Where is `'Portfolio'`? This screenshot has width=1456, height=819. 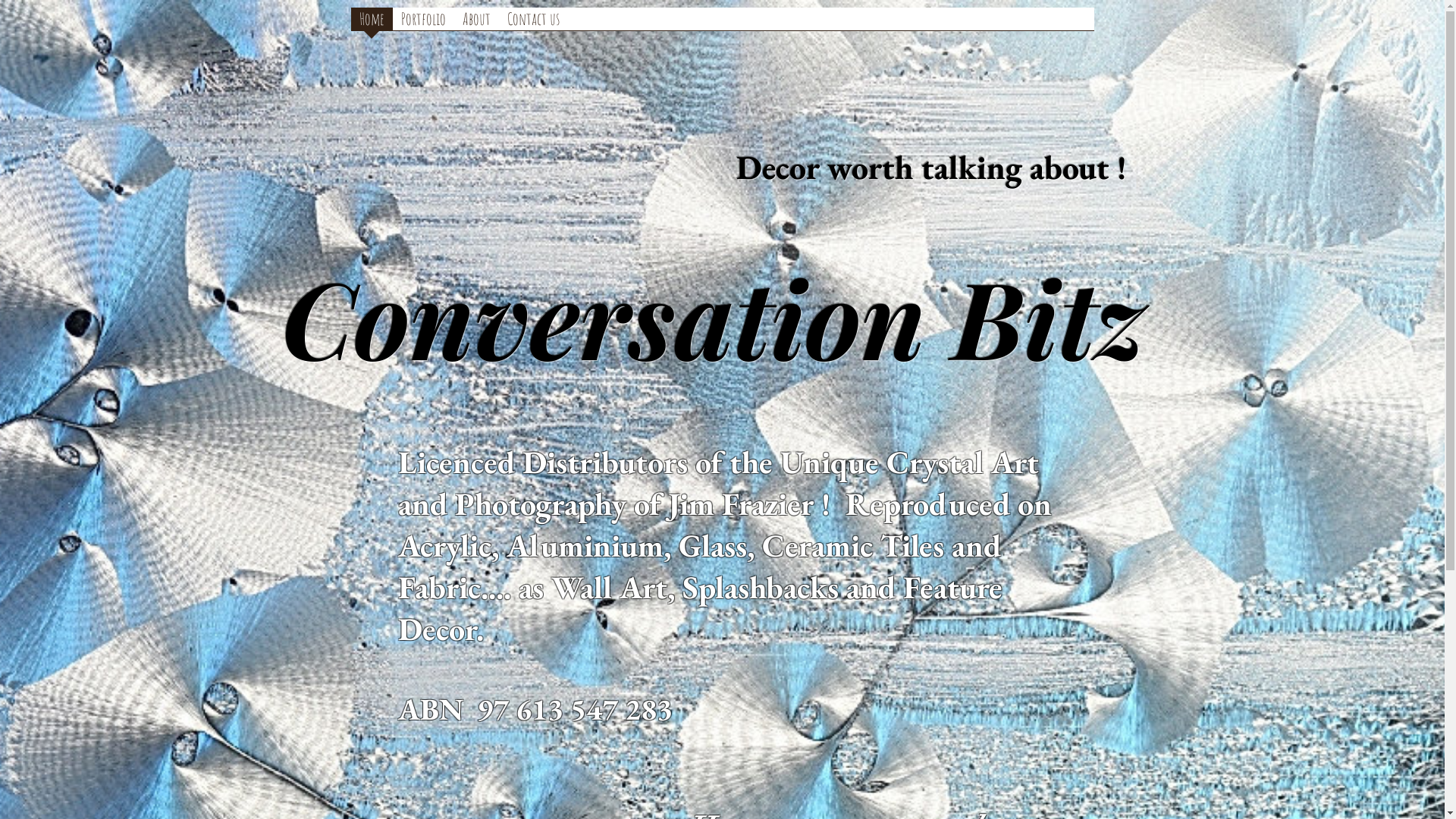
'Portfolio' is located at coordinates (423, 20).